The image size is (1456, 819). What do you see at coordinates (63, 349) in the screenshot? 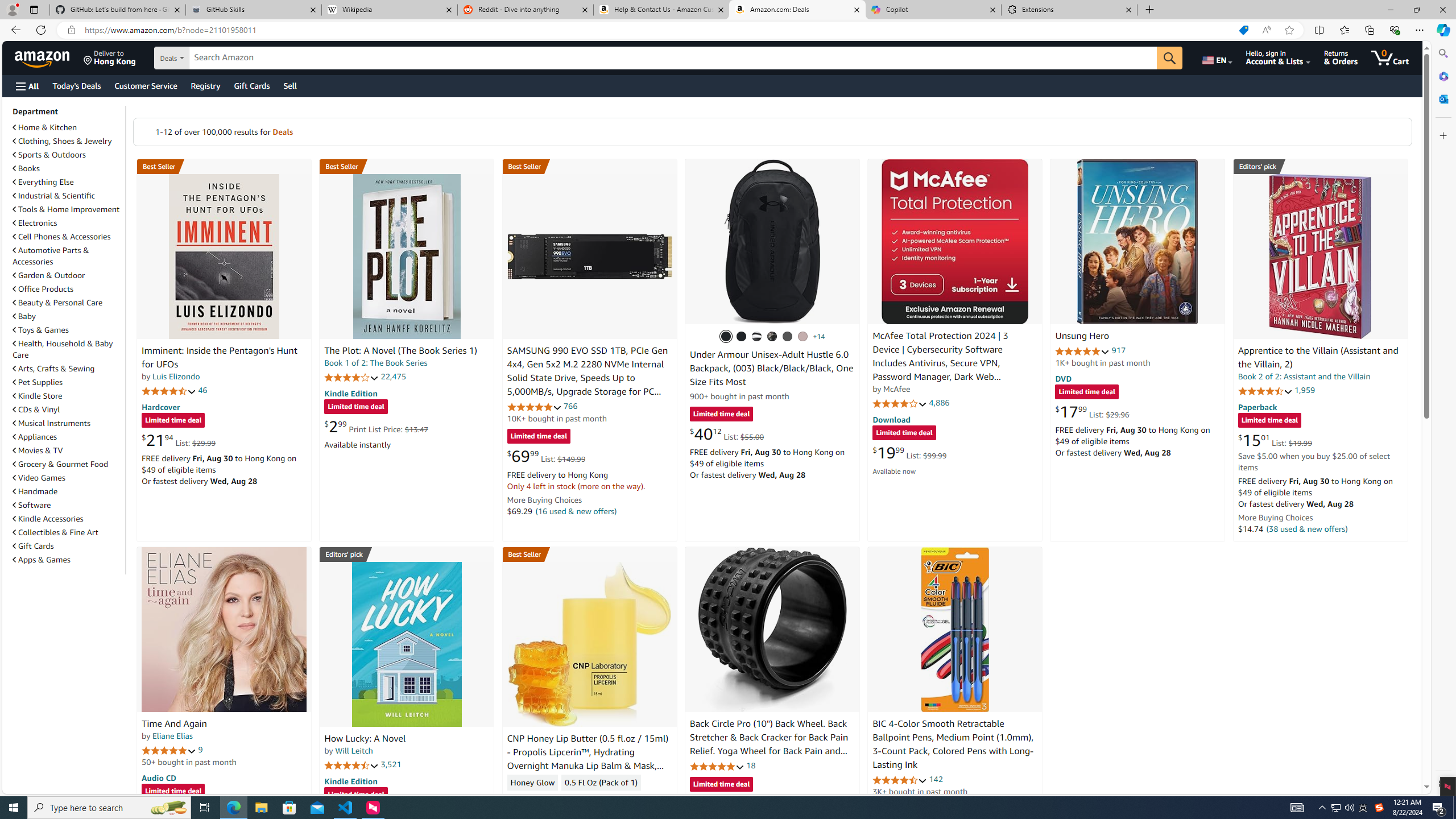
I see `'Health, Household & Baby Care'` at bounding box center [63, 349].